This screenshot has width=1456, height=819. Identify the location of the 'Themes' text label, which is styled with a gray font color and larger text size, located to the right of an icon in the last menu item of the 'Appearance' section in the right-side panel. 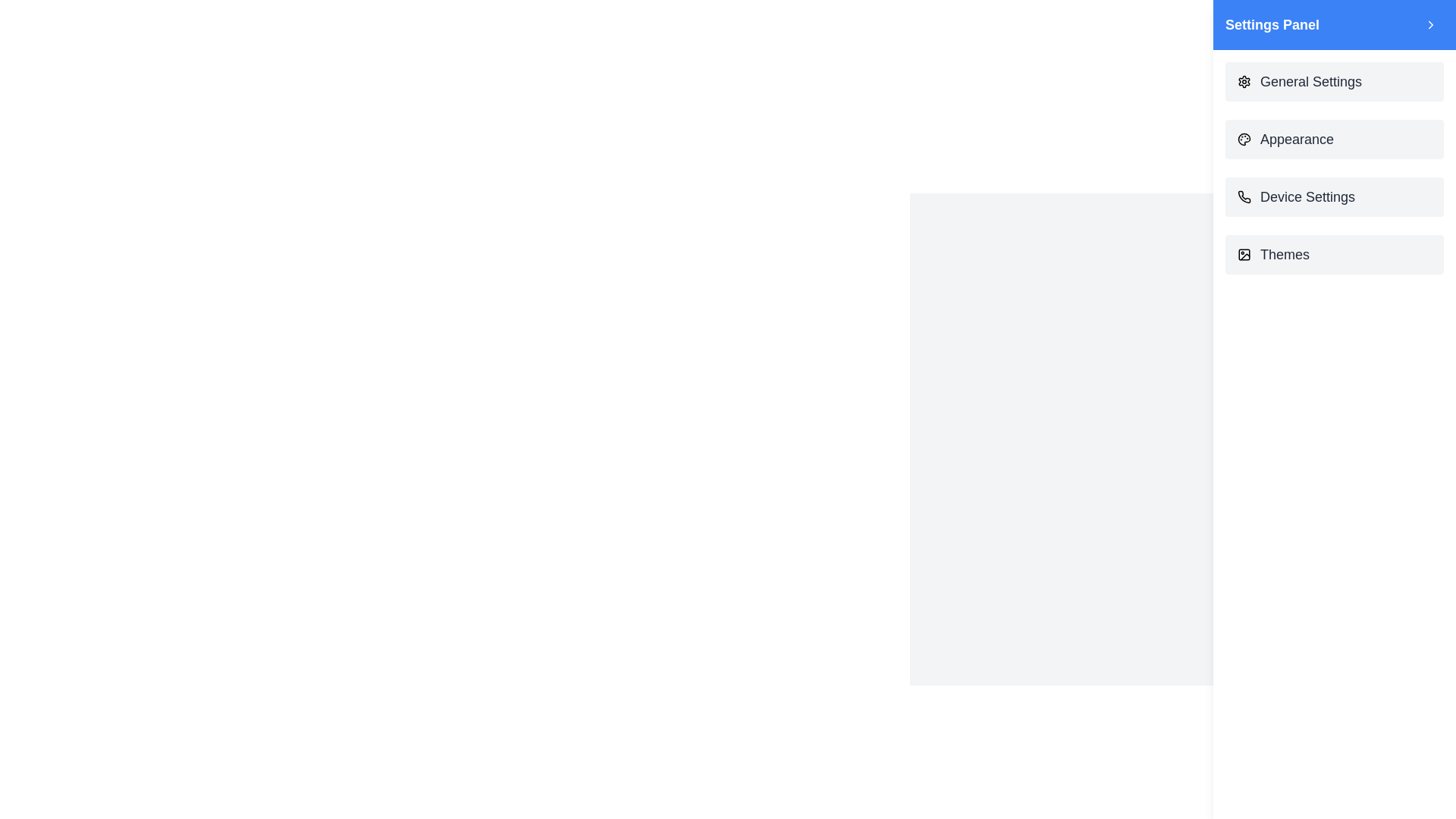
(1284, 253).